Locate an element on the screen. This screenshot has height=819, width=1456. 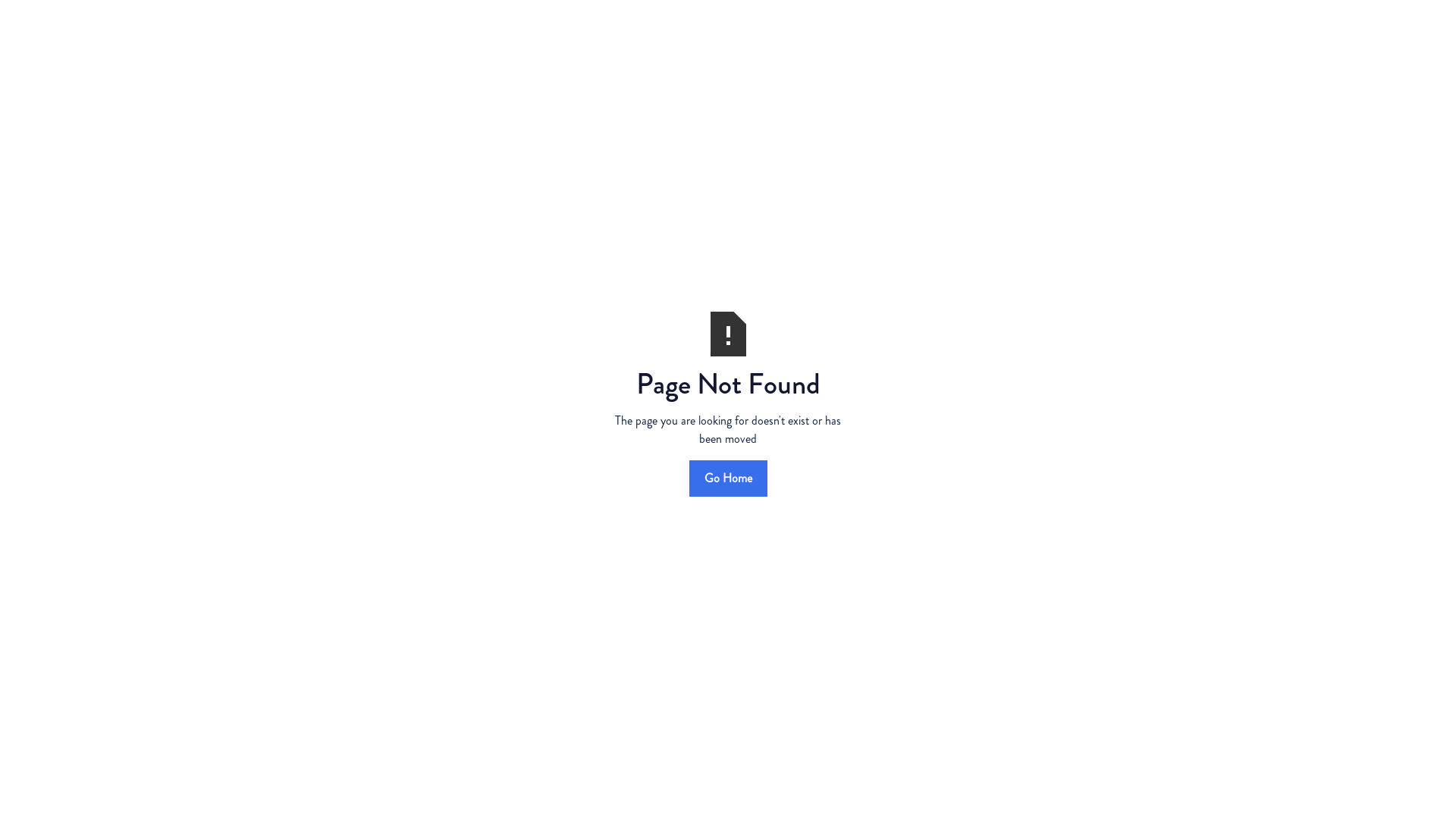
'Go Home' is located at coordinates (726, 476).